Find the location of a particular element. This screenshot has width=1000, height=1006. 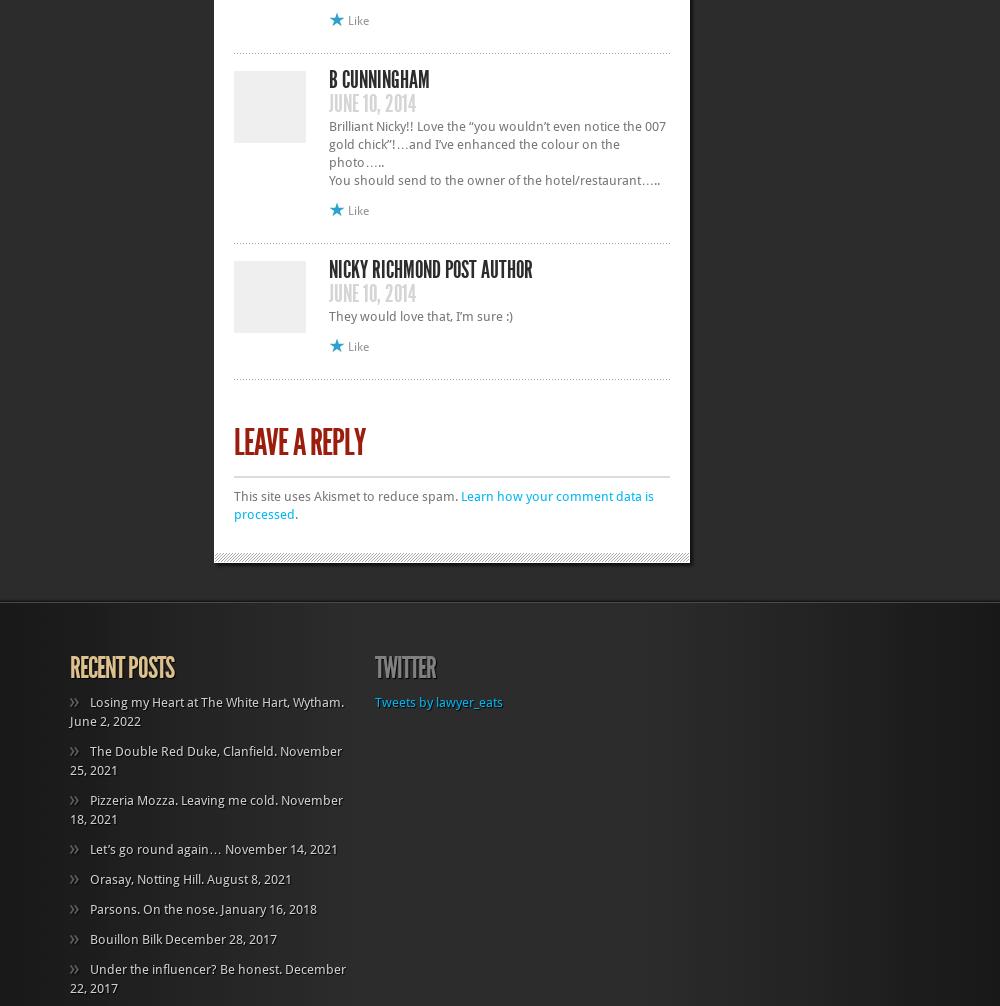

'Twitter' is located at coordinates (405, 666).